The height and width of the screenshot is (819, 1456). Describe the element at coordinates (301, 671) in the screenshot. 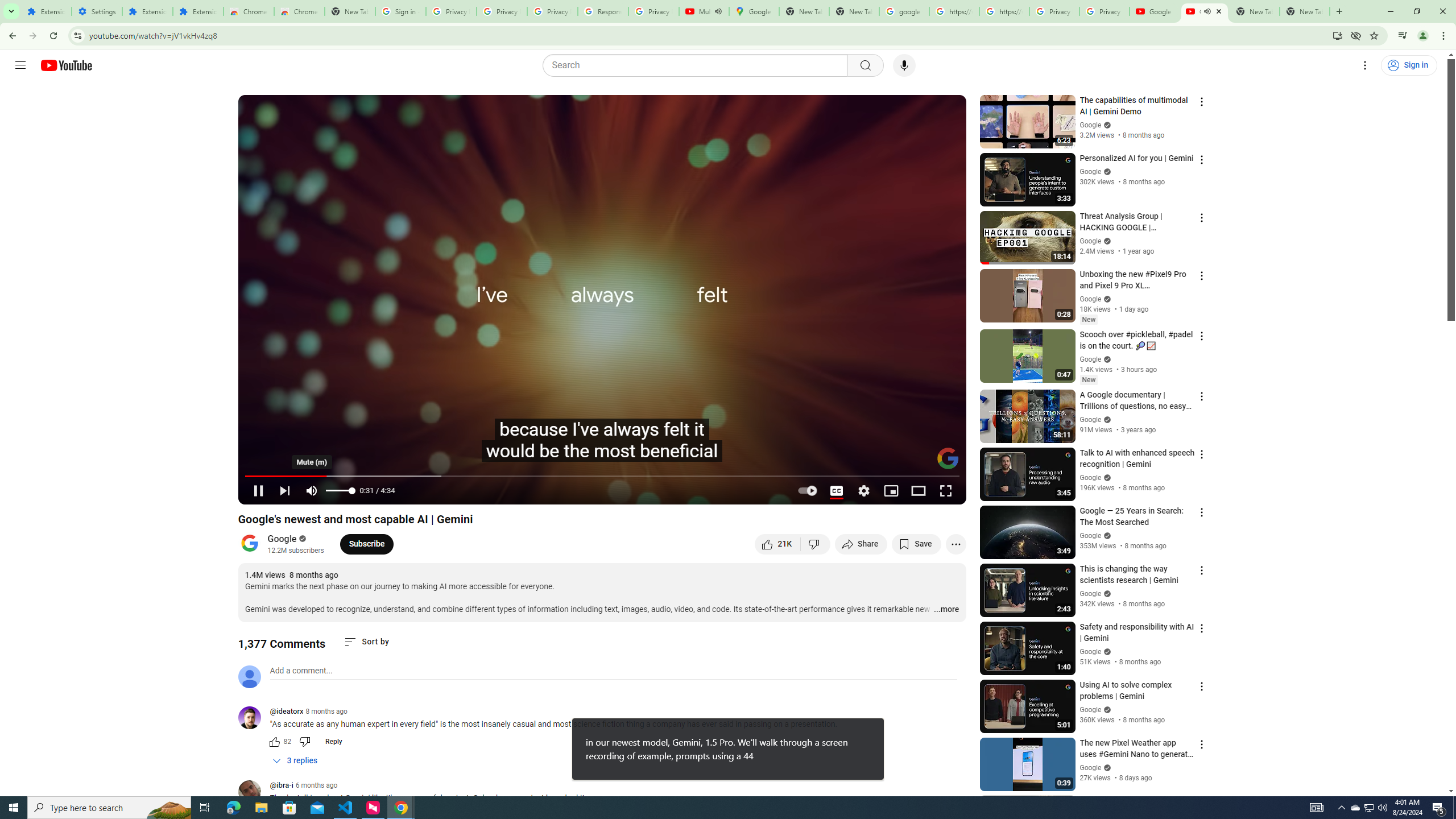

I see `'AutomationID: simplebox-placeholder'` at that location.